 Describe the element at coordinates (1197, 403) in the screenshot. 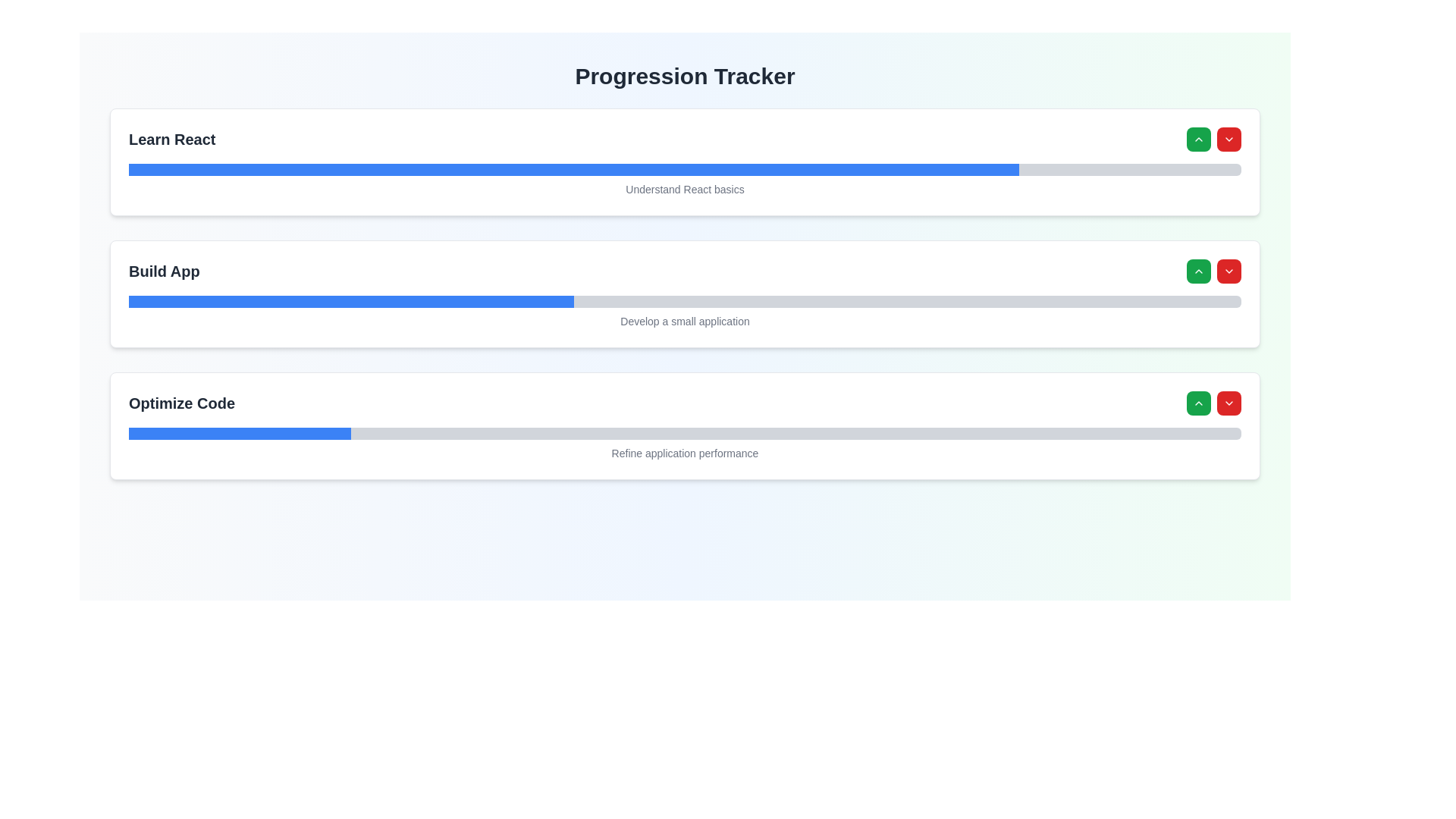

I see `the upward-pointing chevron icon button located within the green round-cornered button` at that location.